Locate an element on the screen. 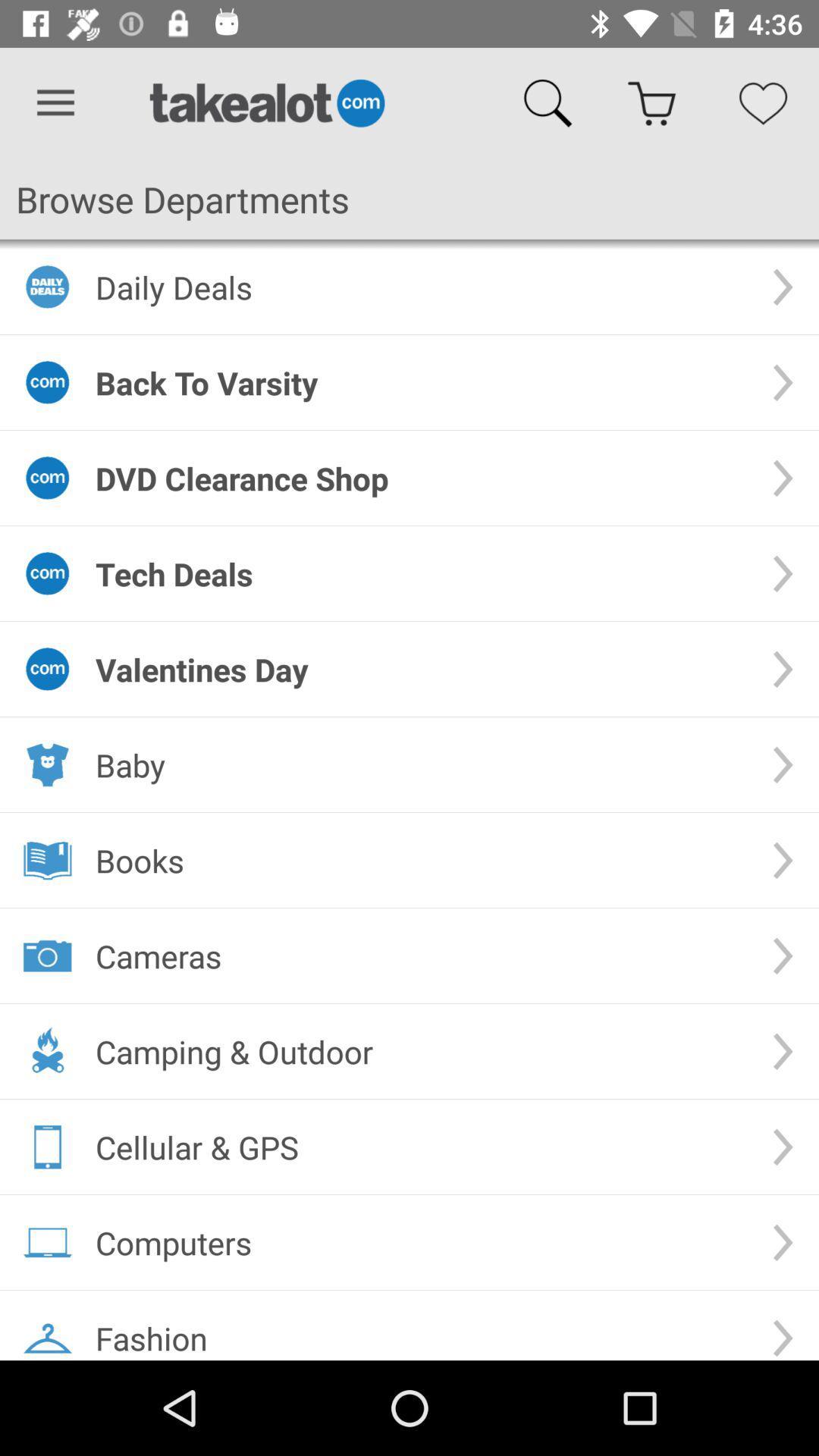  the icon above browse departments icon is located at coordinates (55, 102).